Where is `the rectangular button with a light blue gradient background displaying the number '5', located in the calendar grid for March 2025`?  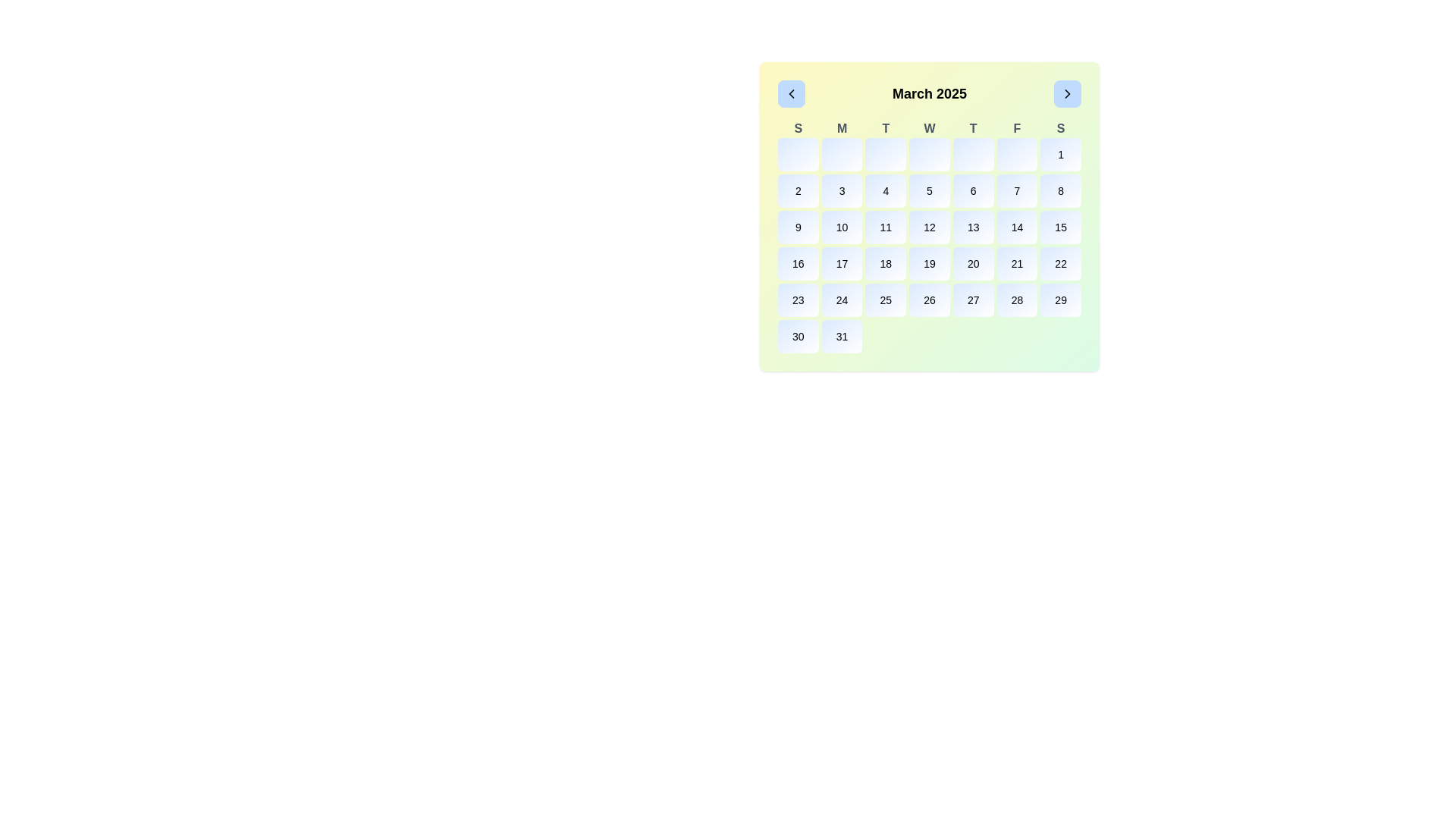 the rectangular button with a light blue gradient background displaying the number '5', located in the calendar grid for March 2025 is located at coordinates (928, 190).